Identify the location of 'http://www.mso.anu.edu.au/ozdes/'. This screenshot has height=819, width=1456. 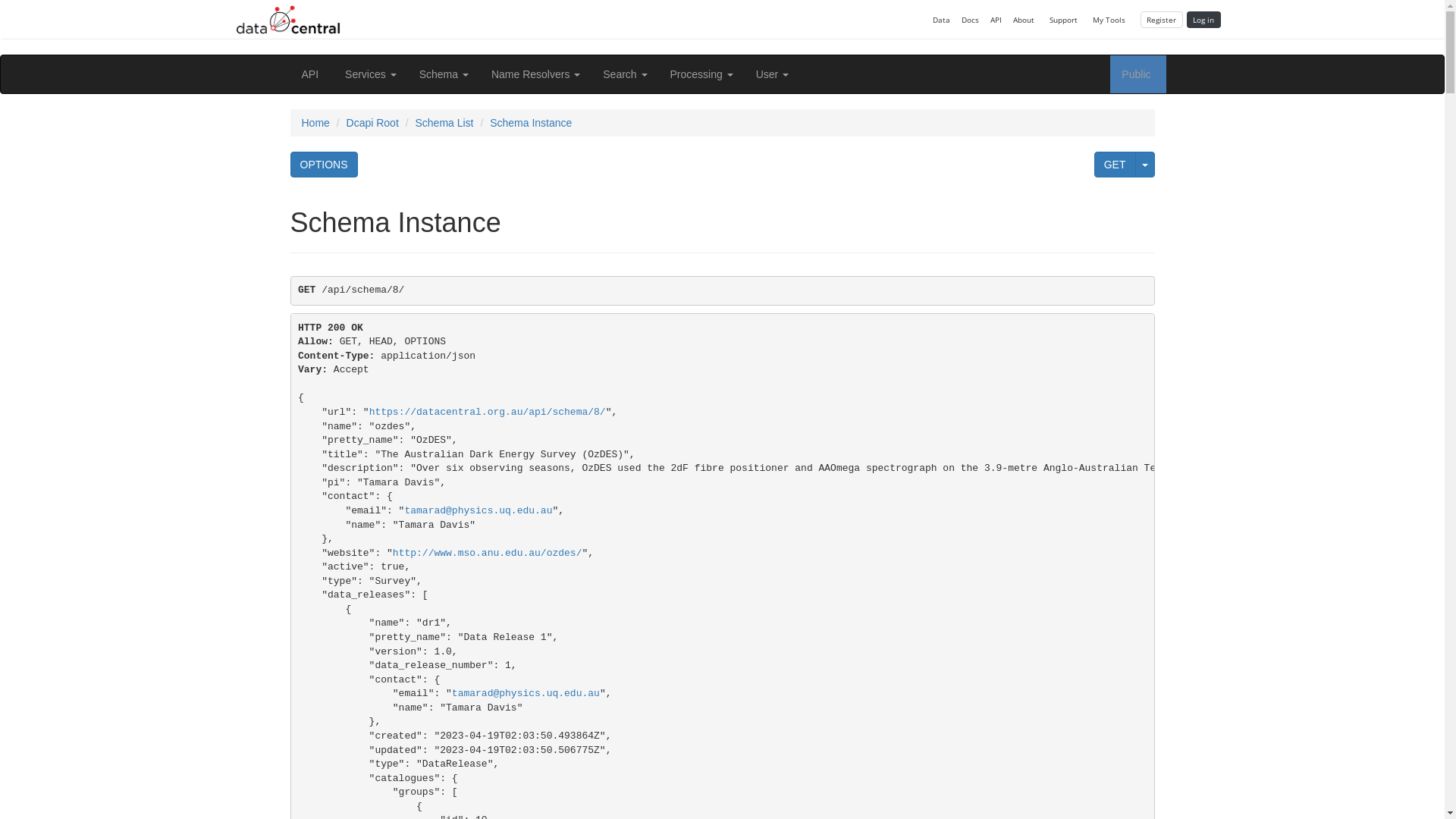
(488, 553).